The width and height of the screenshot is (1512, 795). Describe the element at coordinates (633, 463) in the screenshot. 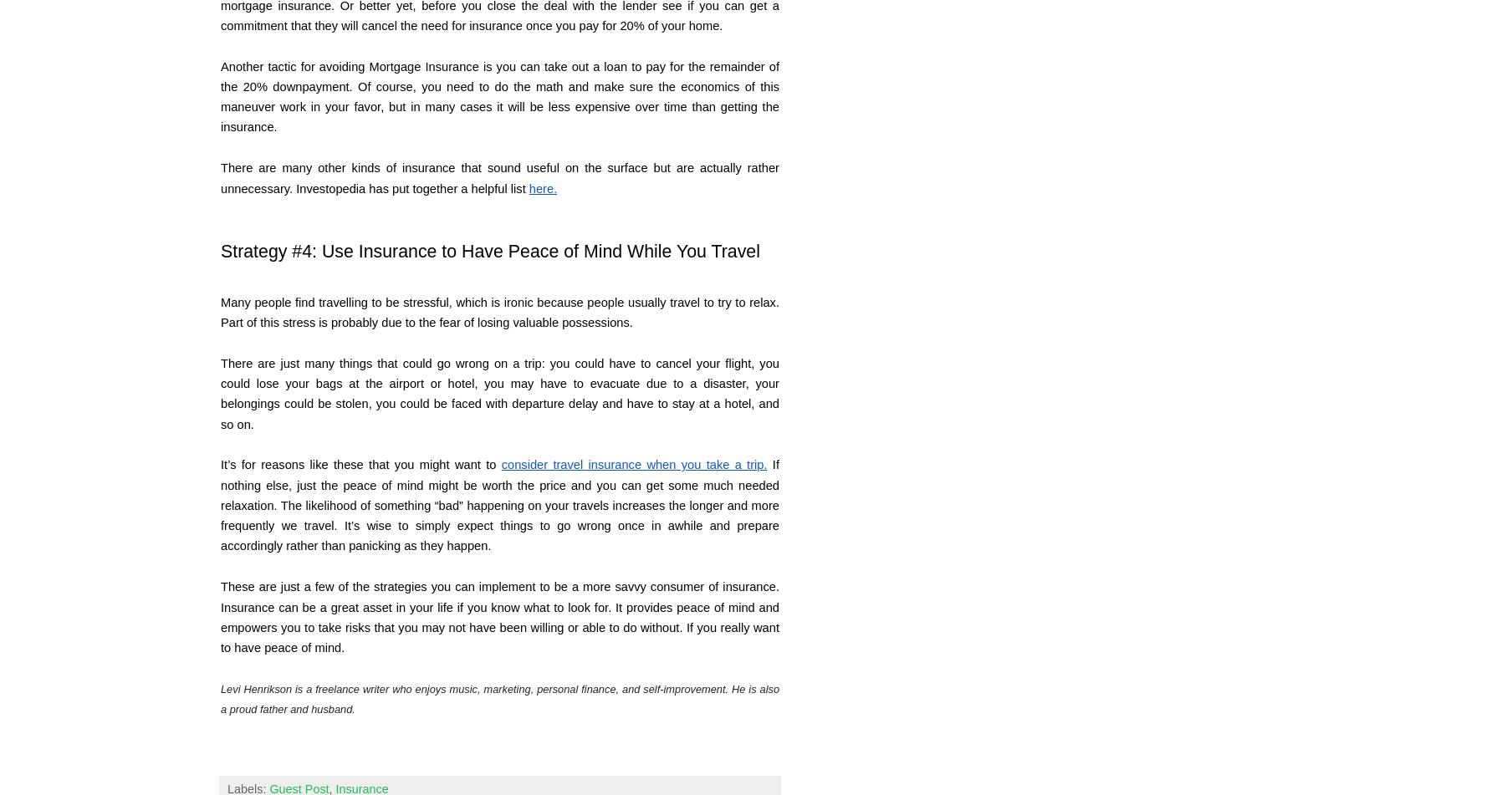

I see `'consider travel insurance when you take a trip.'` at that location.